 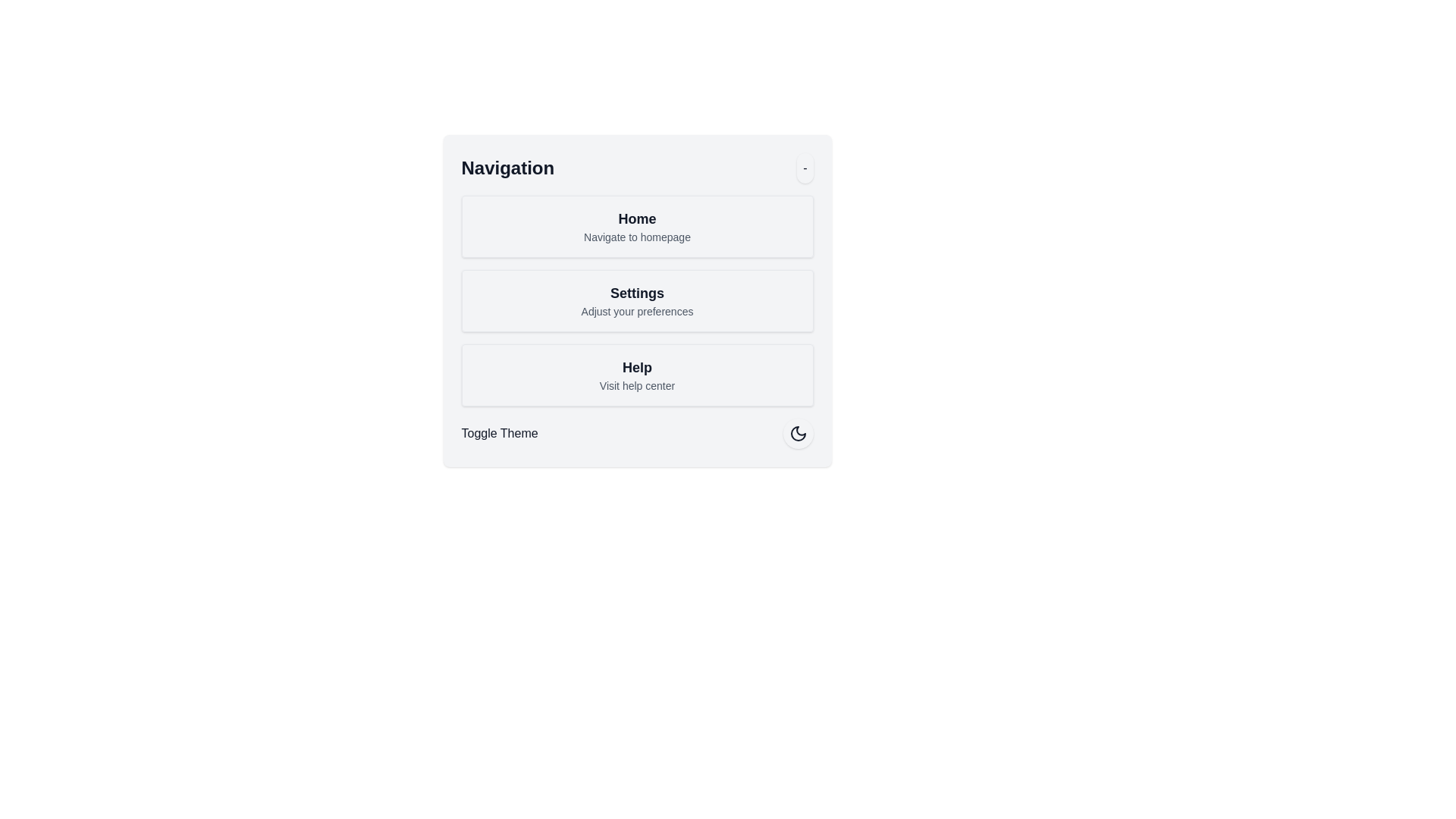 I want to click on the theme toggle button to switch the theme, so click(x=797, y=433).